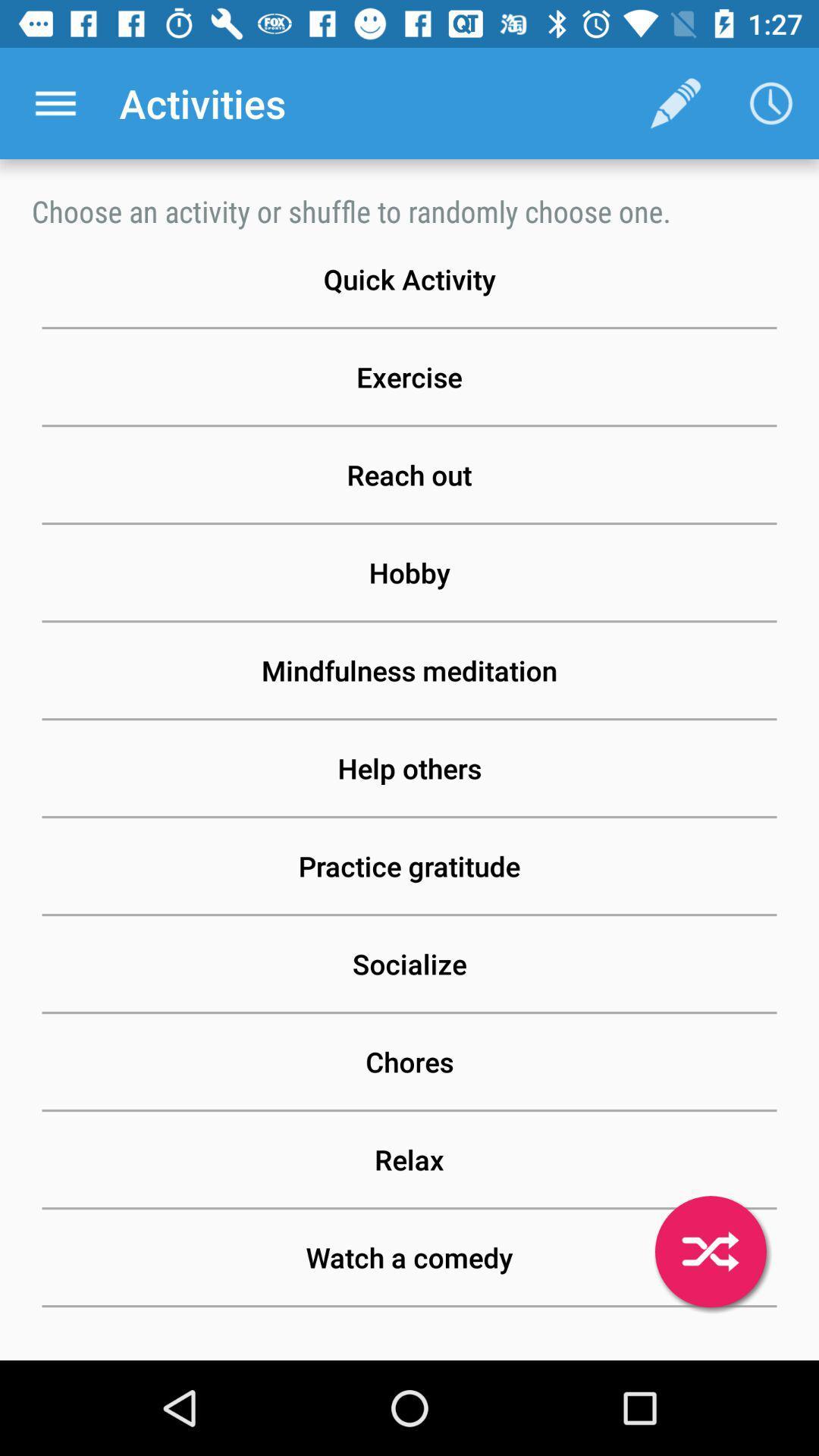 The image size is (819, 1456). I want to click on the icon to the right of the activities item, so click(675, 102).